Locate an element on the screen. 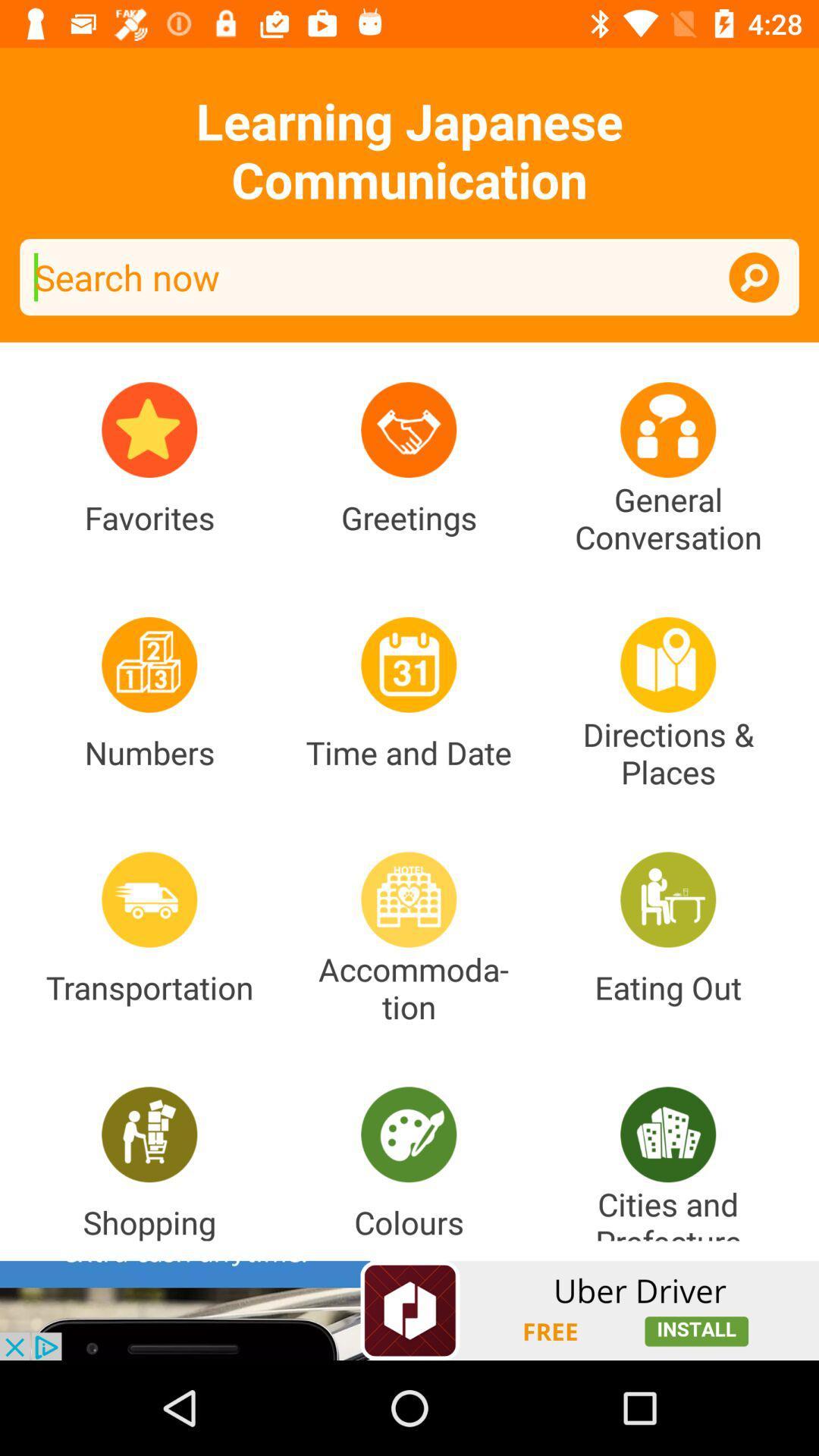  click the search option is located at coordinates (754, 277).